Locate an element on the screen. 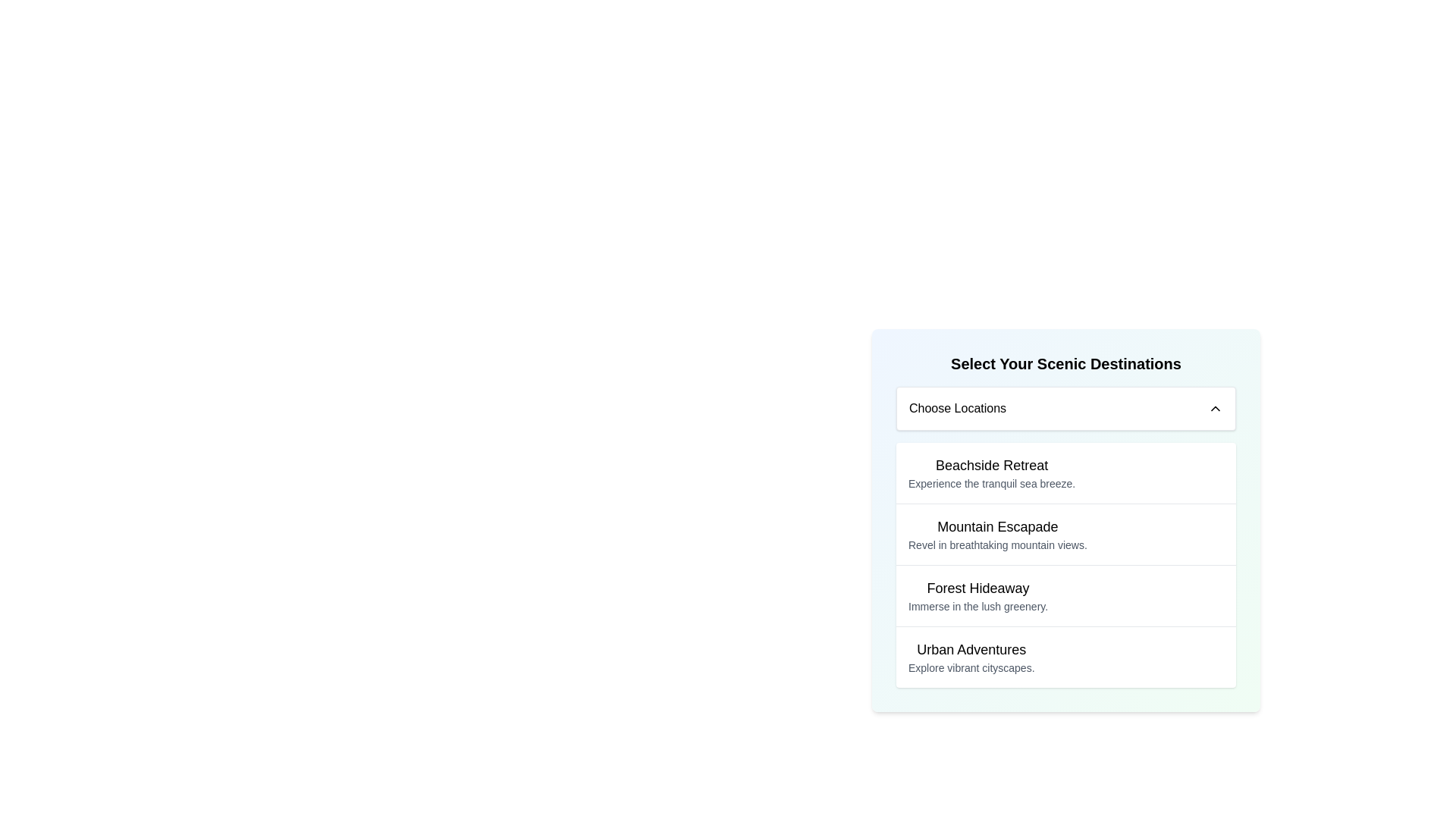  text display element titled 'Forest Hideaway' that describes 'Immerse in the lush greenery.' is located at coordinates (978, 595).